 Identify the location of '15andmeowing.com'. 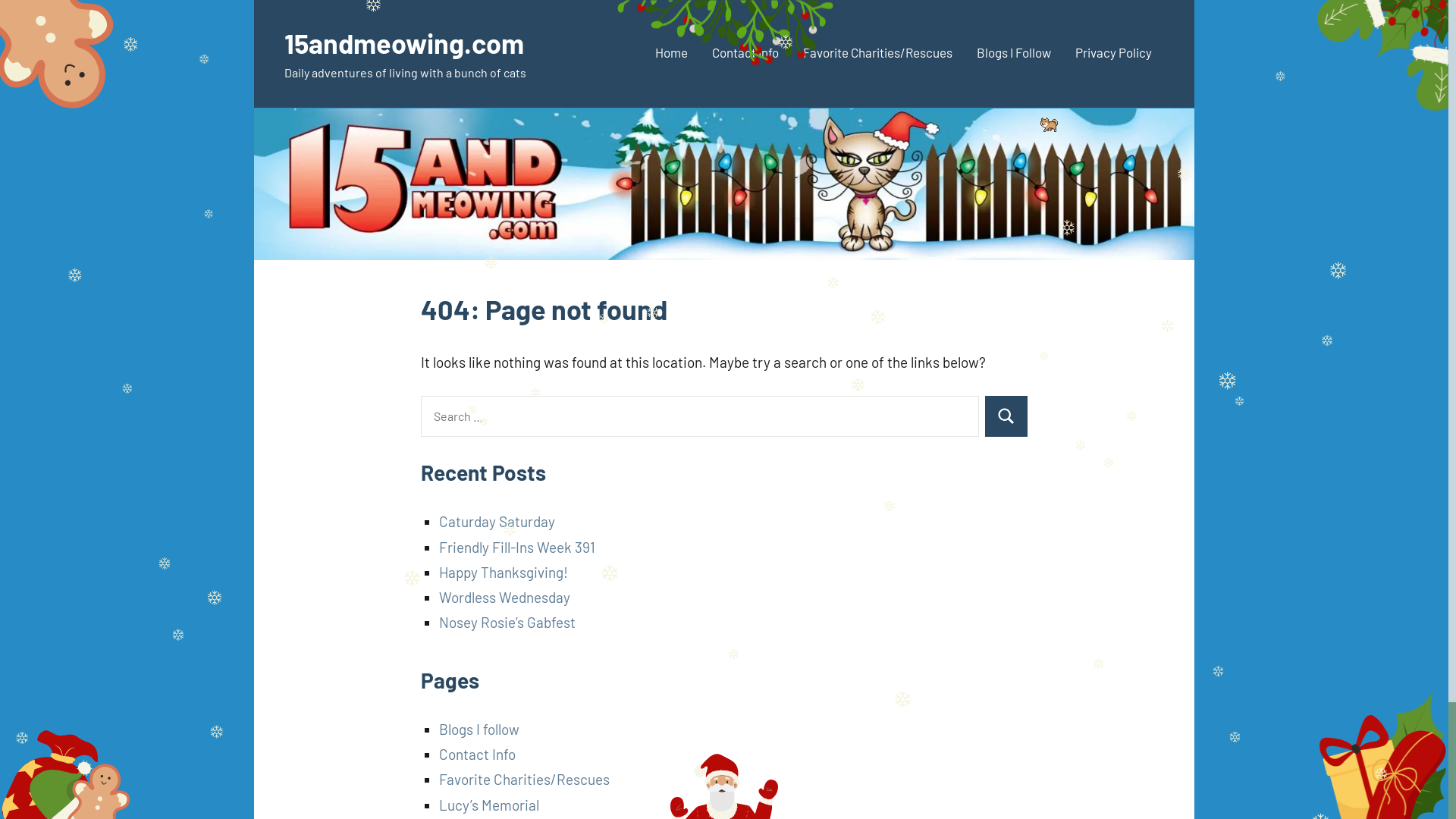
(403, 42).